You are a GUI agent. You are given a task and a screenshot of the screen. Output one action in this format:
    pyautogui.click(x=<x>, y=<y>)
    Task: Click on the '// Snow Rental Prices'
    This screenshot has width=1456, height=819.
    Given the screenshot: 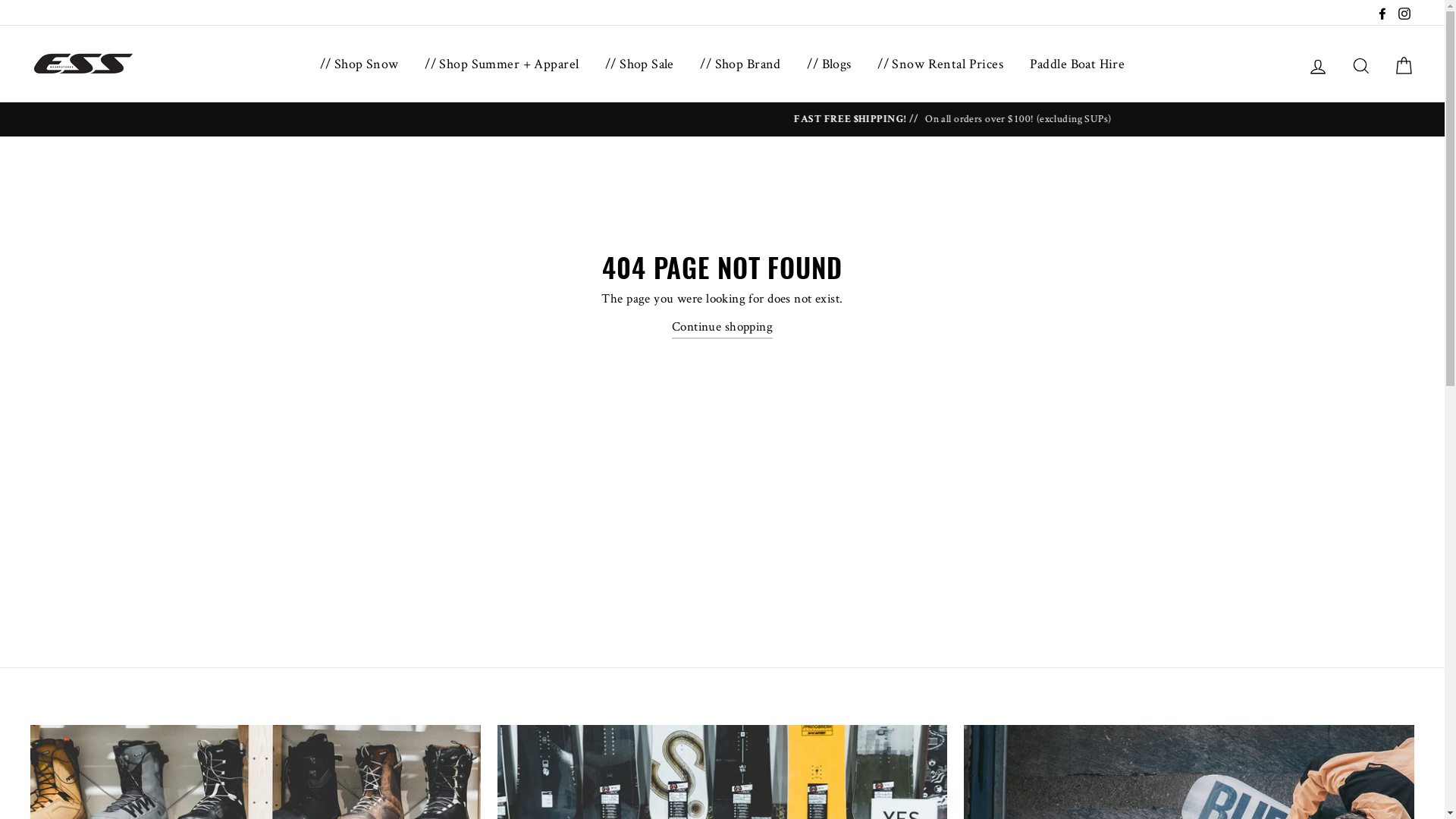 What is the action you would take?
    pyautogui.click(x=939, y=63)
    